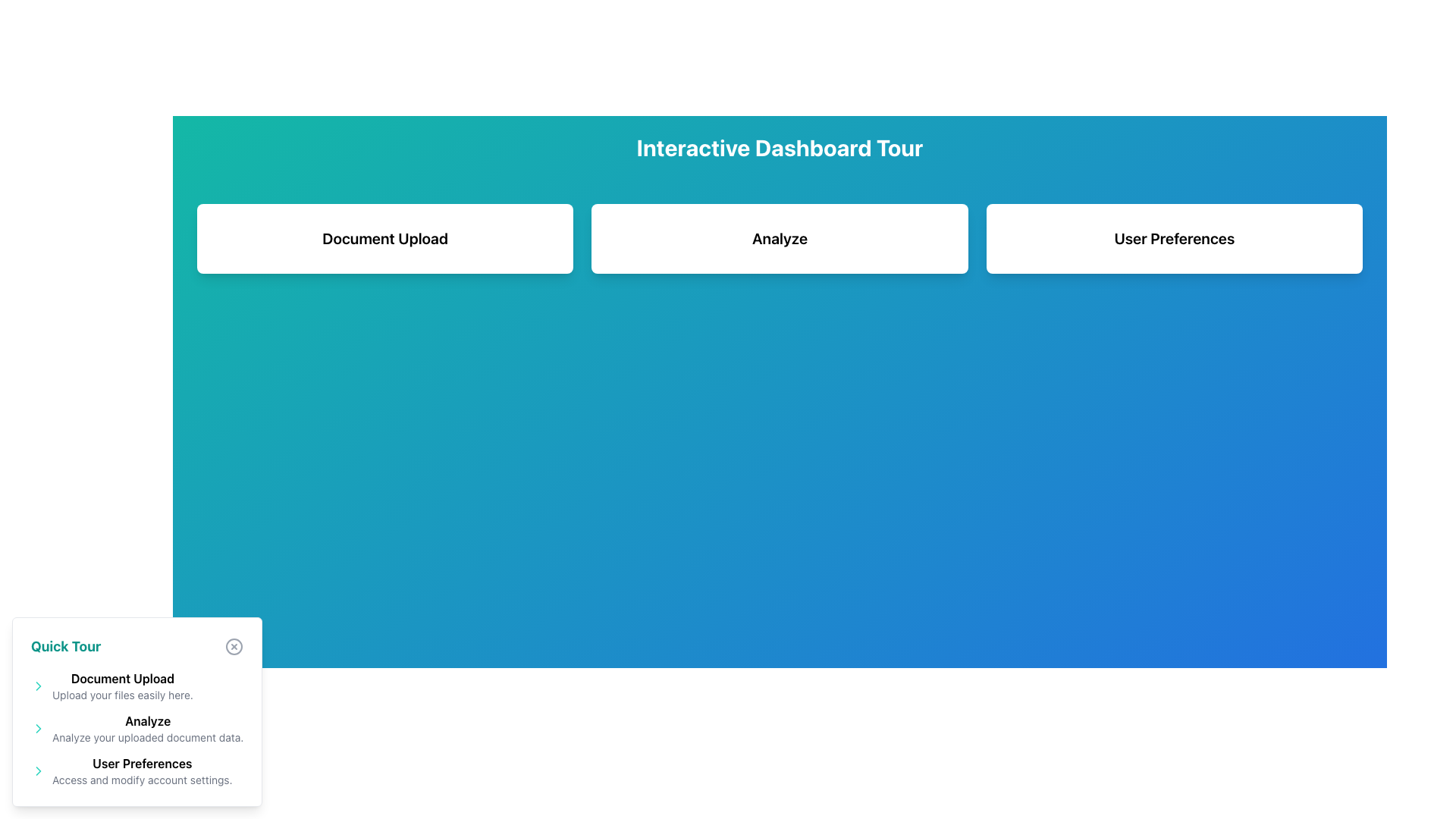 The width and height of the screenshot is (1456, 819). Describe the element at coordinates (39, 727) in the screenshot. I see `the teal right-pointing arrow icon located next to the 'Analyze' label in the vertical menu` at that location.